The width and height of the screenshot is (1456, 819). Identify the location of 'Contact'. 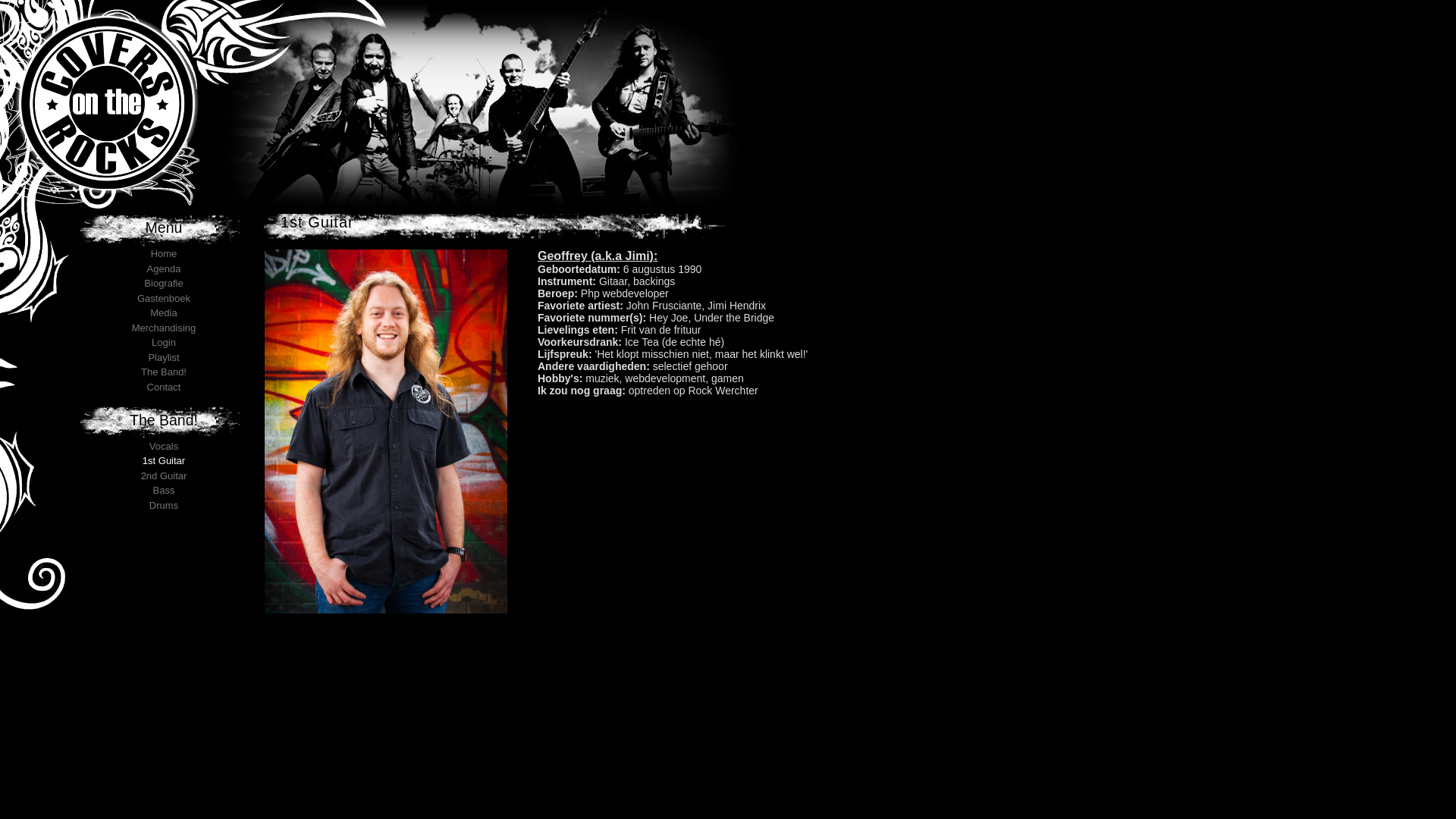
(164, 385).